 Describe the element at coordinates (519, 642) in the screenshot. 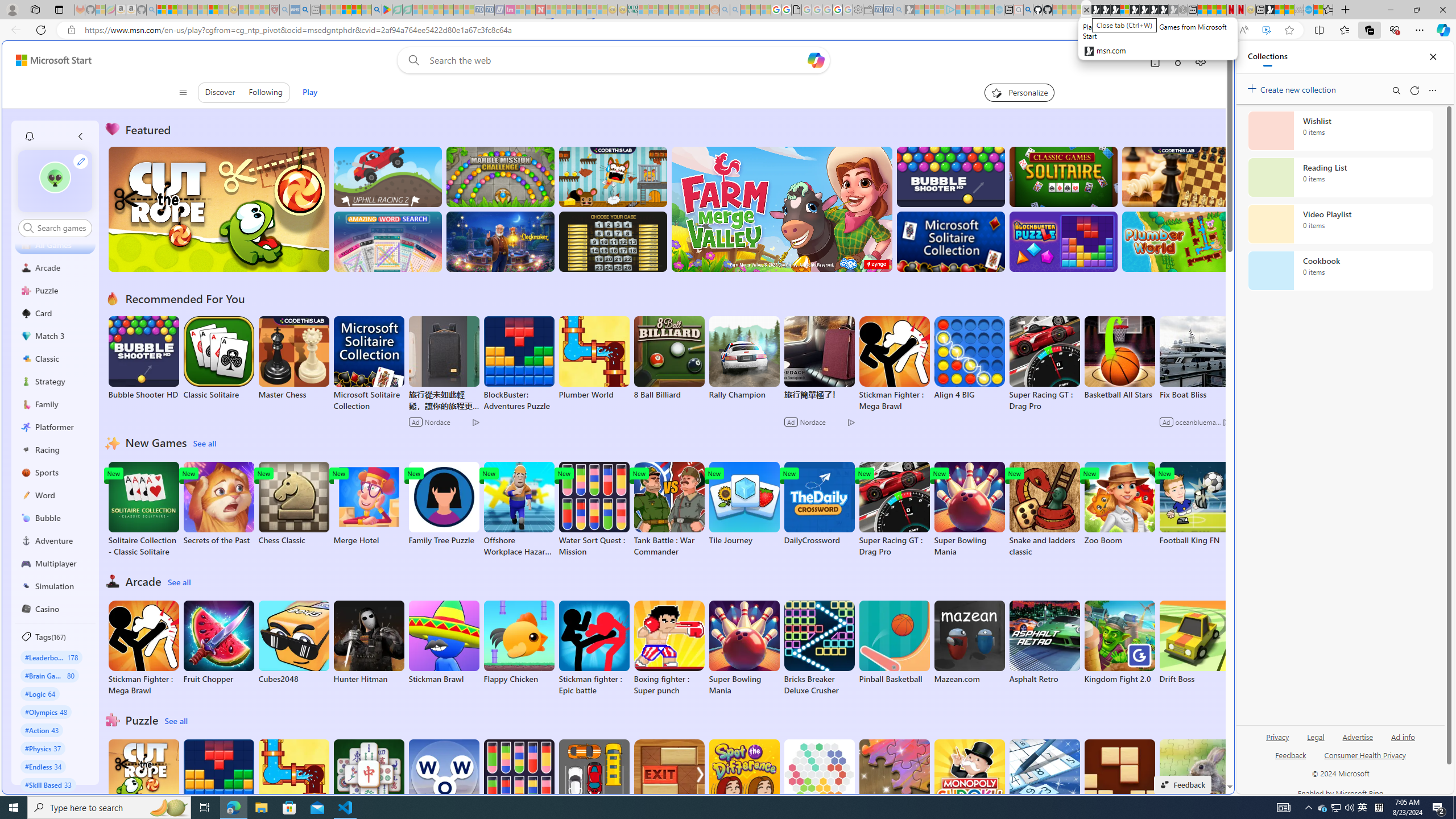

I see `'Flappy Chicken'` at that location.